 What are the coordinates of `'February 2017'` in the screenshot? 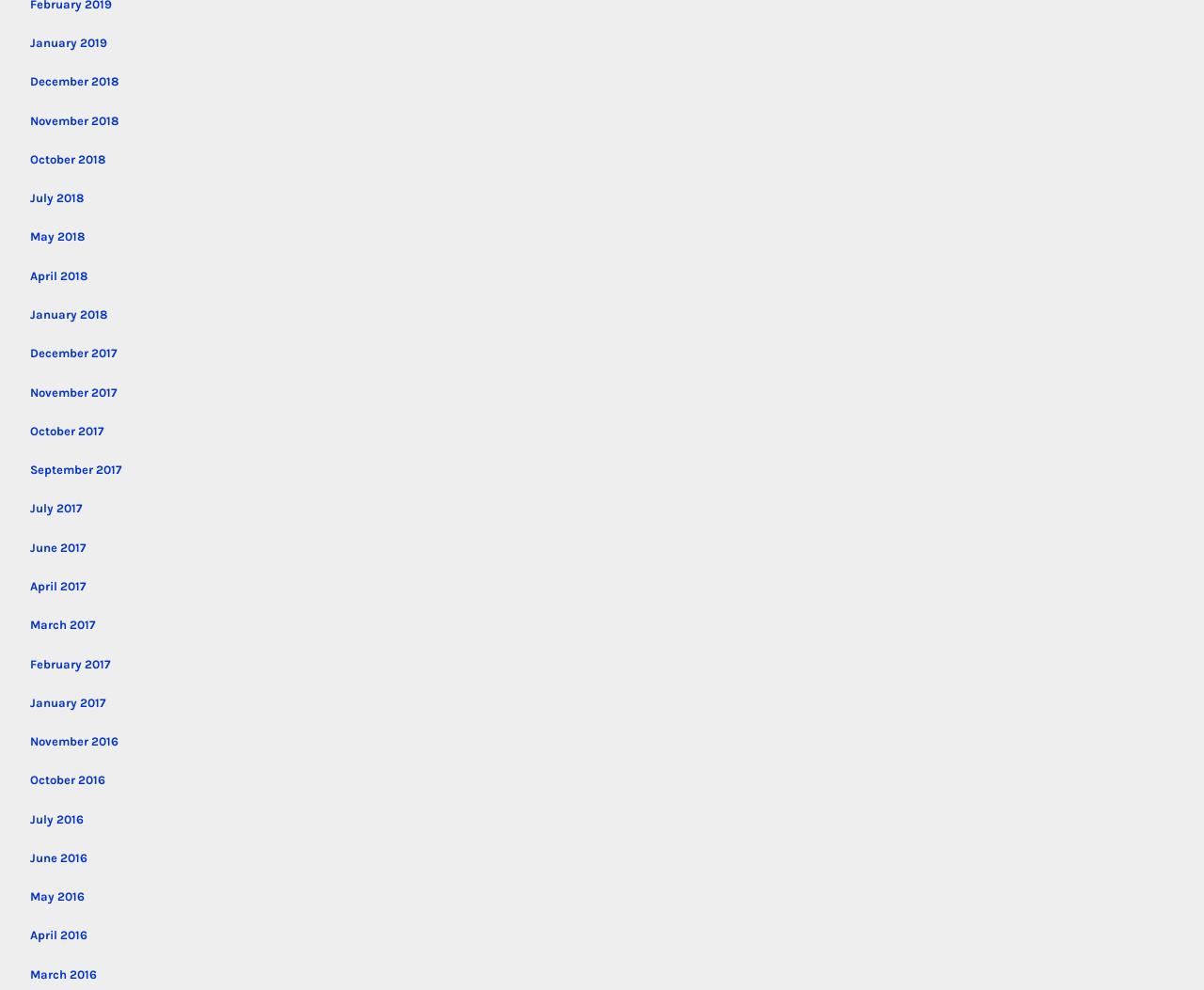 It's located at (30, 663).